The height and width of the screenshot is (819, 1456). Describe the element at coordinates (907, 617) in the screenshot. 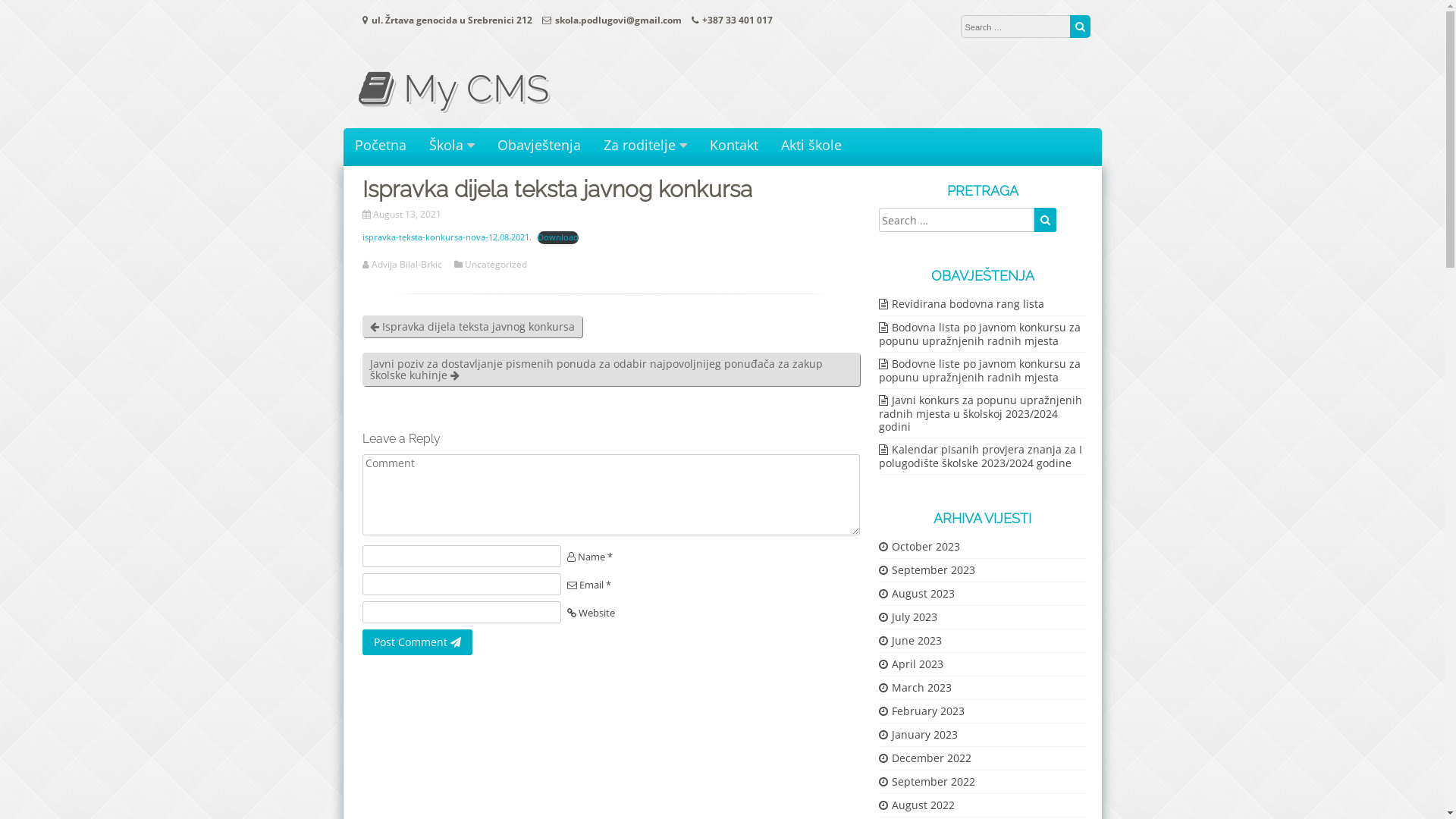

I see `'July 2023'` at that location.